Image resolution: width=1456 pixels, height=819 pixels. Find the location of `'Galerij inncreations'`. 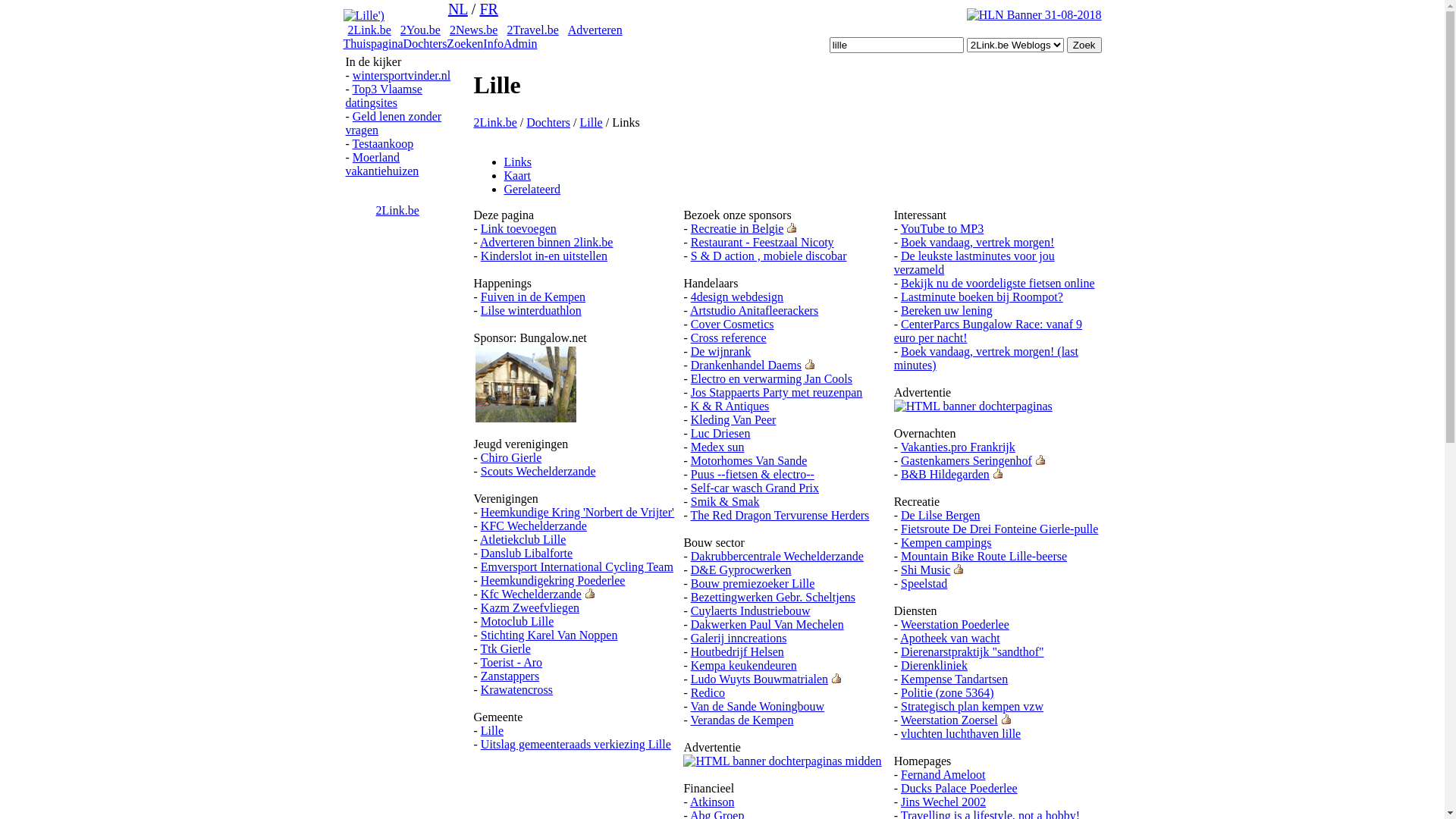

'Galerij inncreations' is located at coordinates (739, 638).